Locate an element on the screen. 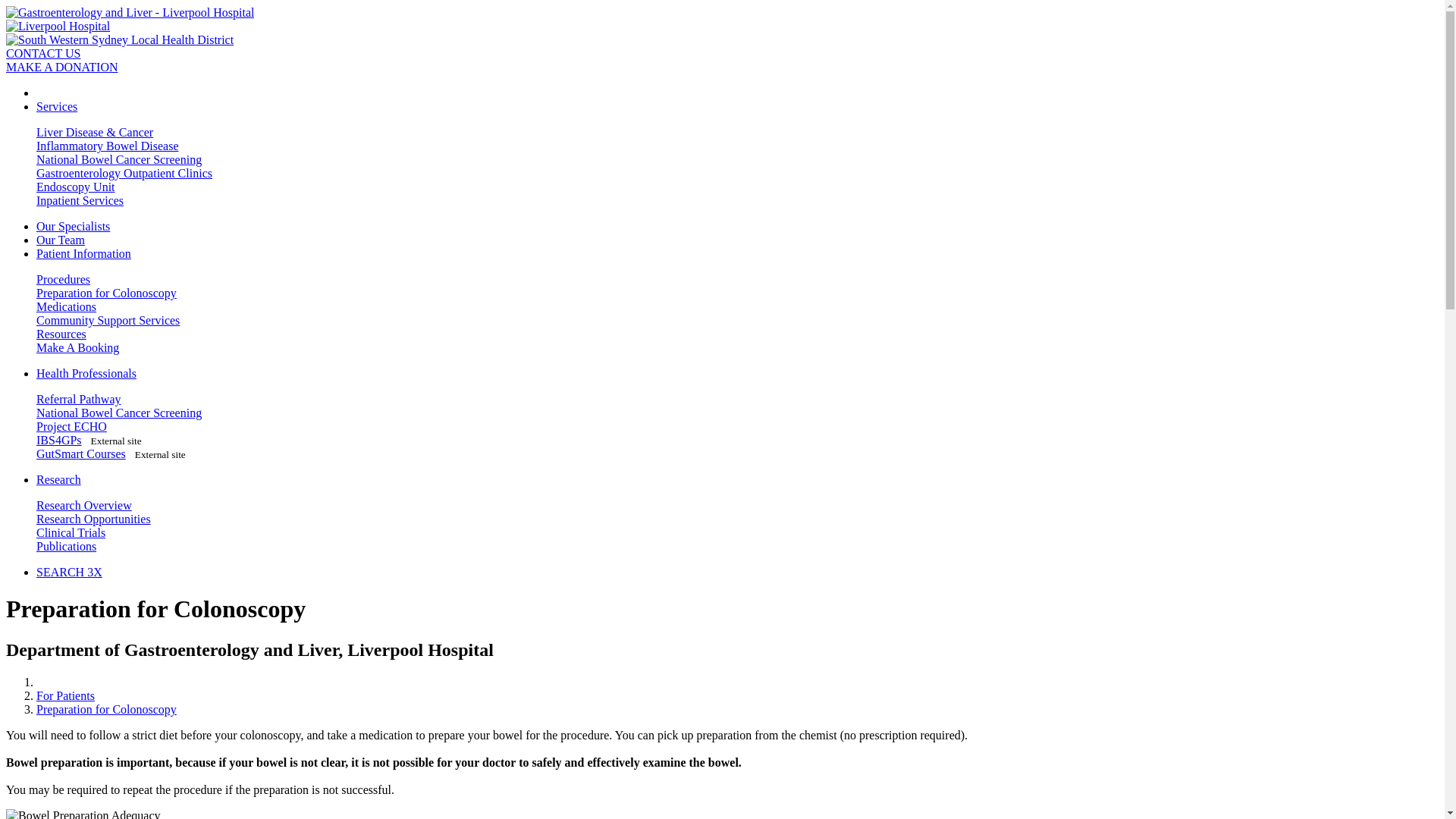 This screenshot has height=819, width=1456. 'MAKE A DONATION' is located at coordinates (61, 66).